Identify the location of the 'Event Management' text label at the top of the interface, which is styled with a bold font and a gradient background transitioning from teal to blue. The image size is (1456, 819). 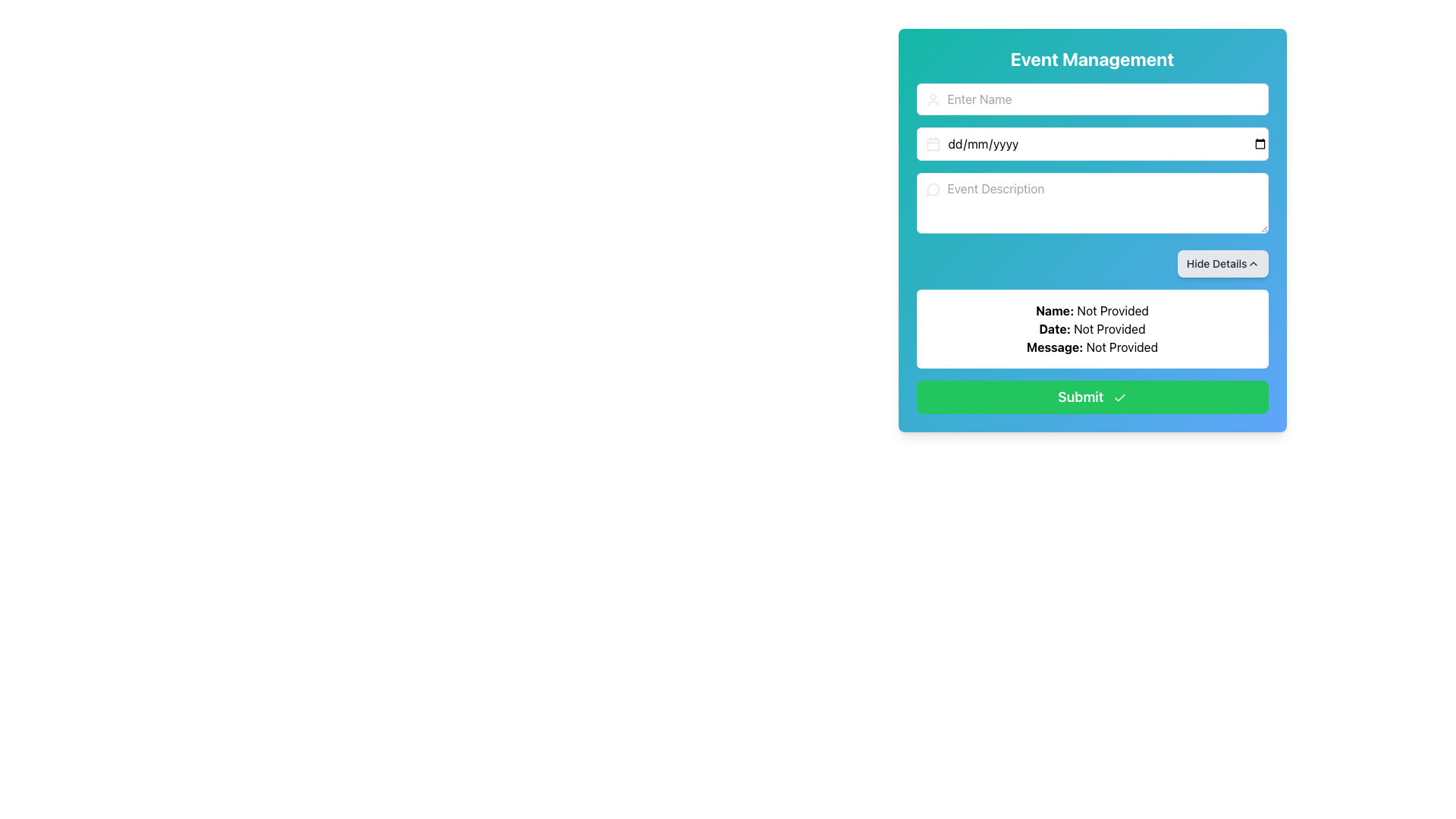
(1092, 58).